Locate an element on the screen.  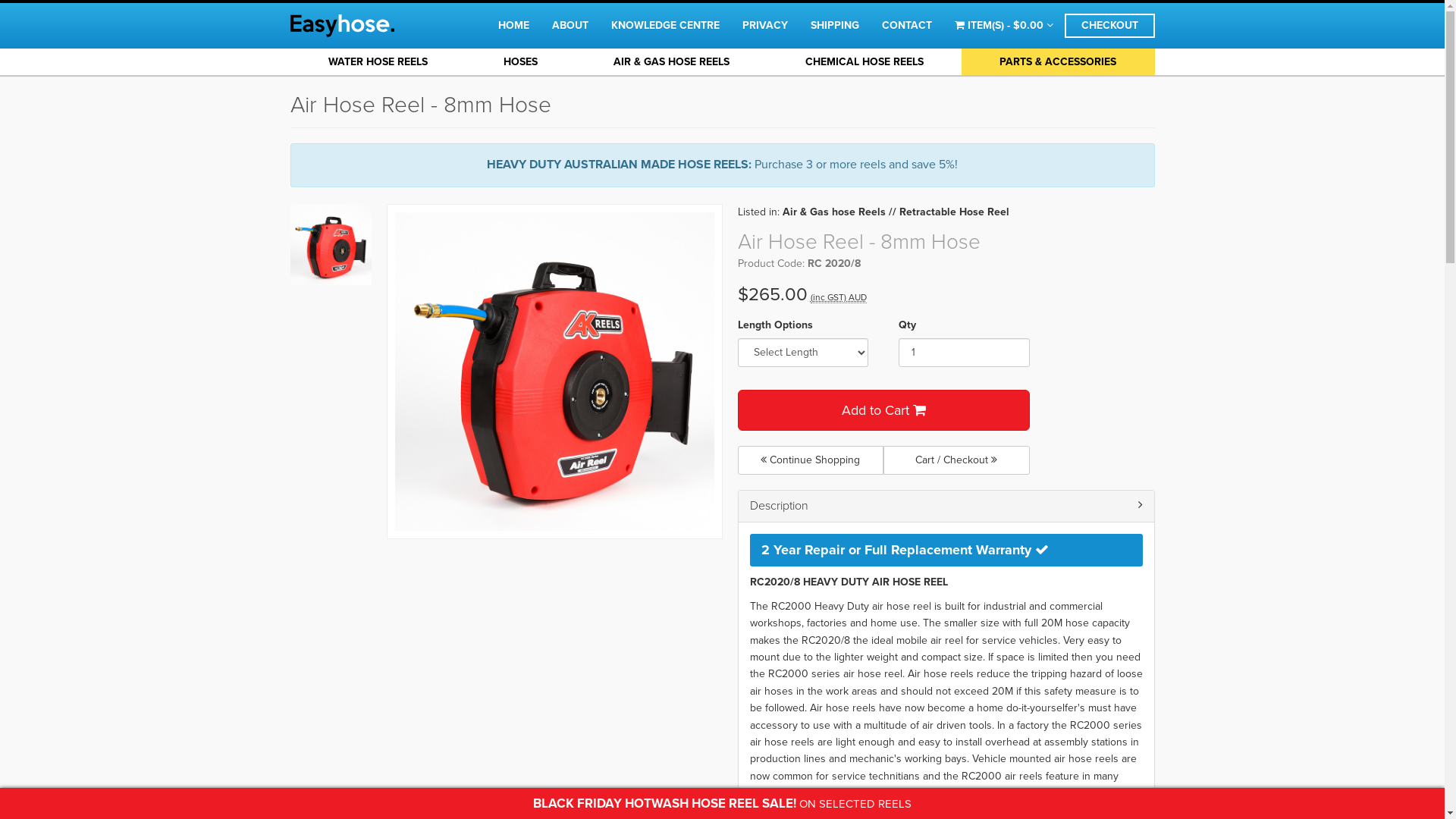
'PARTS & ACCESSORIES' is located at coordinates (1057, 61).